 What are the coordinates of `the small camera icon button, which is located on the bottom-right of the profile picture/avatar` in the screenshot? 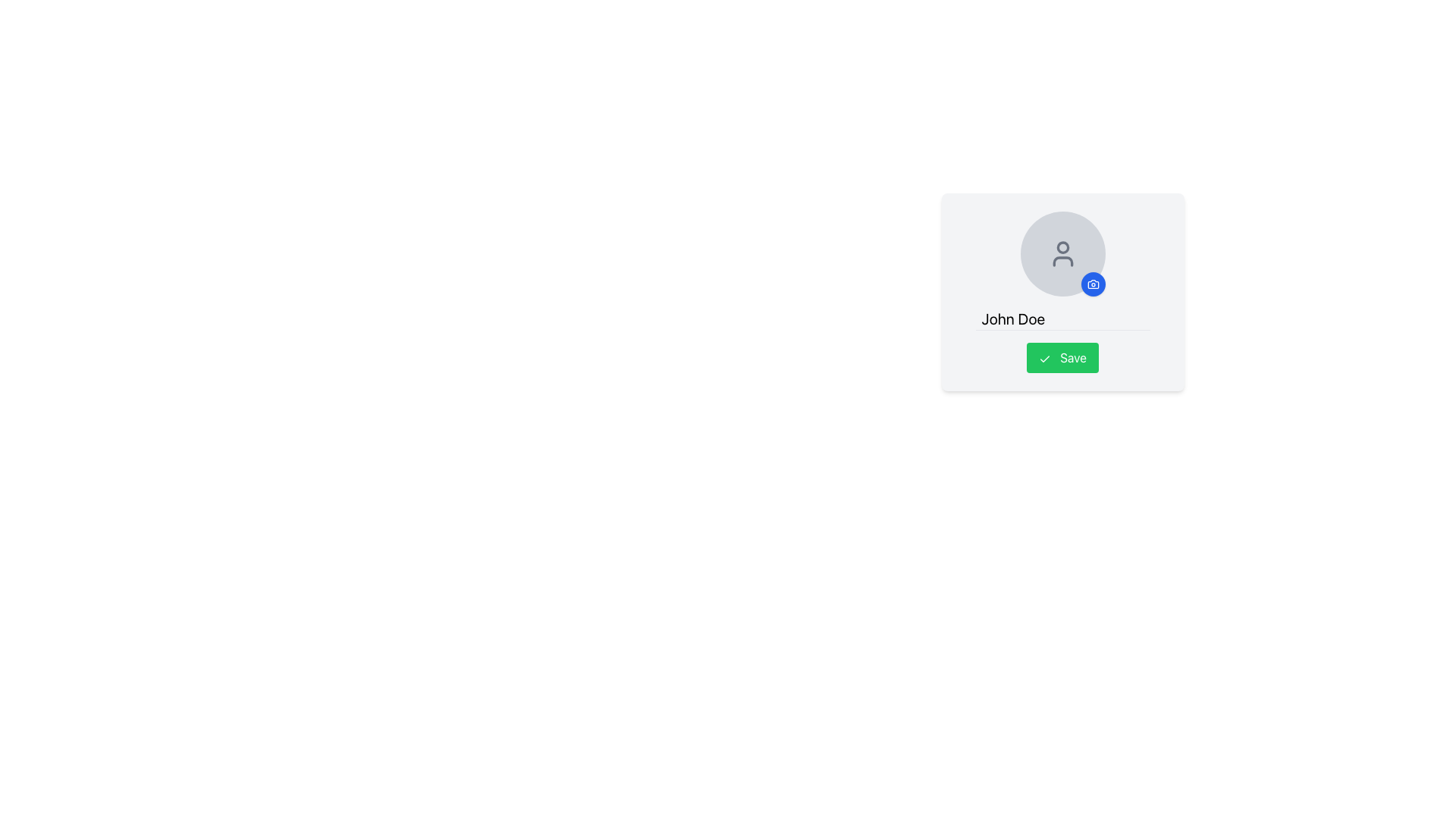 It's located at (1093, 284).